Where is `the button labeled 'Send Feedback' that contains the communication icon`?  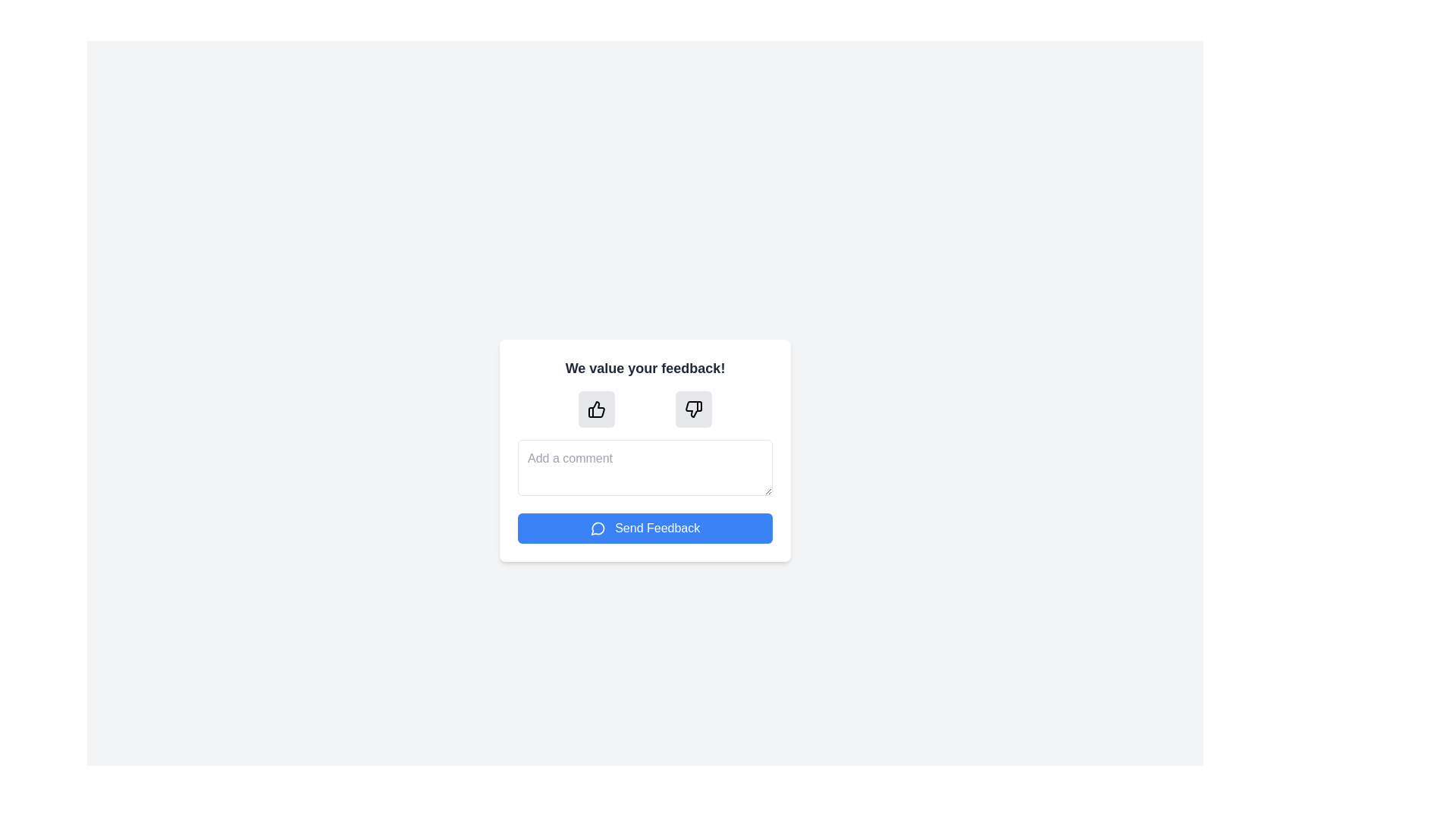 the button labeled 'Send Feedback' that contains the communication icon is located at coordinates (597, 528).